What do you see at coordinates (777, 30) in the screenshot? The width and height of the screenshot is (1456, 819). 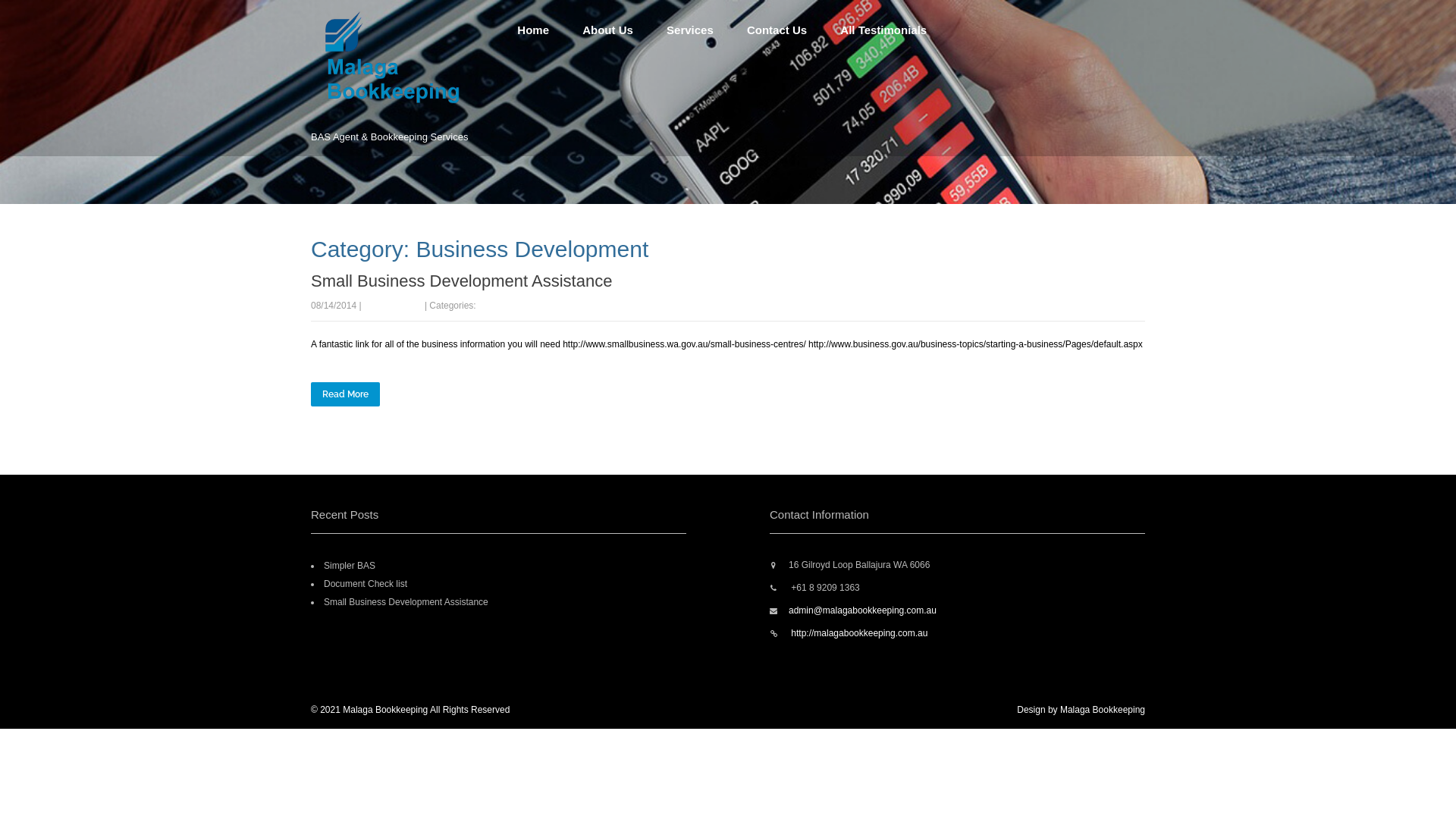 I see `'Contact Us'` at bounding box center [777, 30].